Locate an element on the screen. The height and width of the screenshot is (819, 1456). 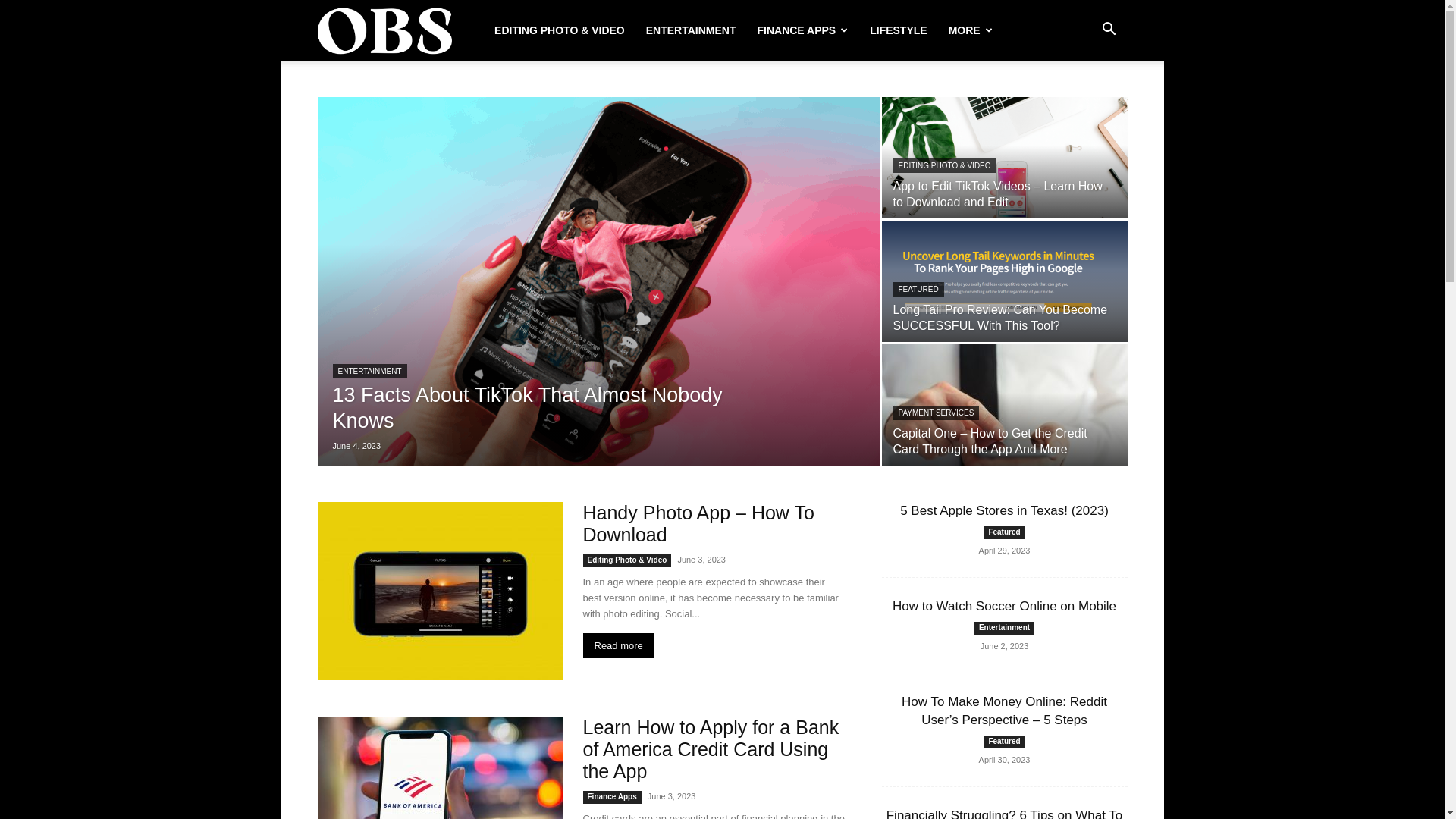
'Finance Apps' is located at coordinates (611, 796).